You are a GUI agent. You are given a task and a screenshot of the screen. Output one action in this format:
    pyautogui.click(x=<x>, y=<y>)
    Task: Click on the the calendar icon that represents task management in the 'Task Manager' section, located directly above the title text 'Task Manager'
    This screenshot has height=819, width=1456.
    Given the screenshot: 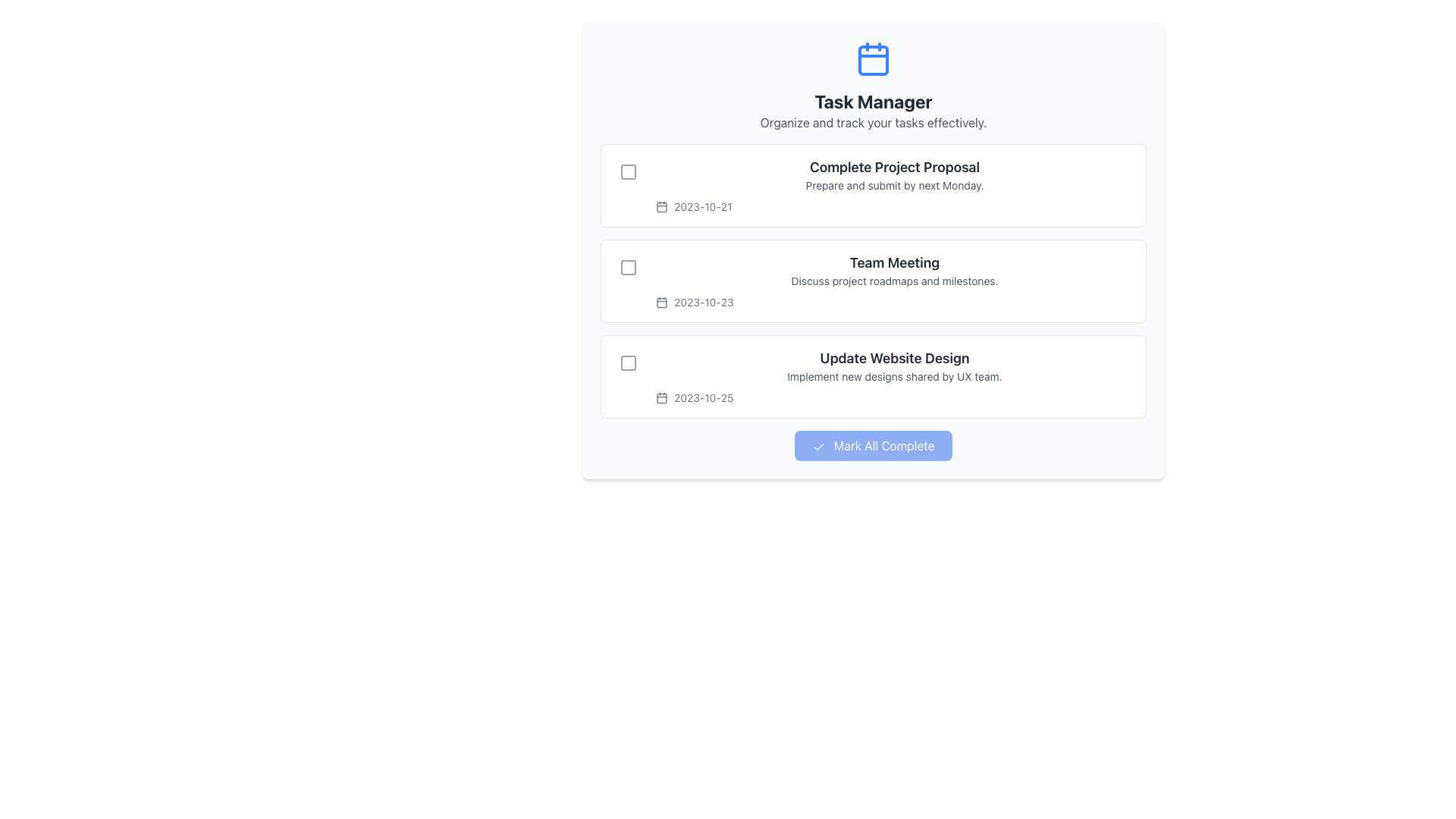 What is the action you would take?
    pyautogui.click(x=874, y=58)
    